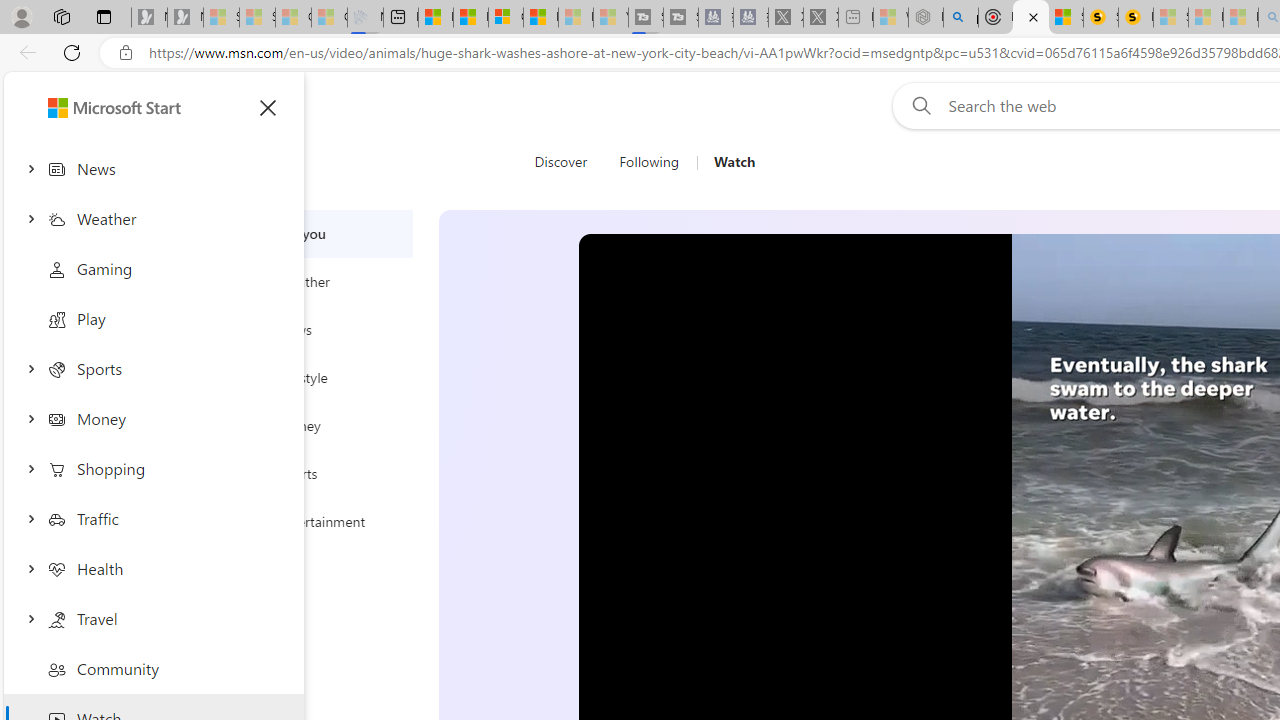 Image resolution: width=1280 pixels, height=720 pixels. Describe the element at coordinates (267, 108) in the screenshot. I see `'Close menu'` at that location.